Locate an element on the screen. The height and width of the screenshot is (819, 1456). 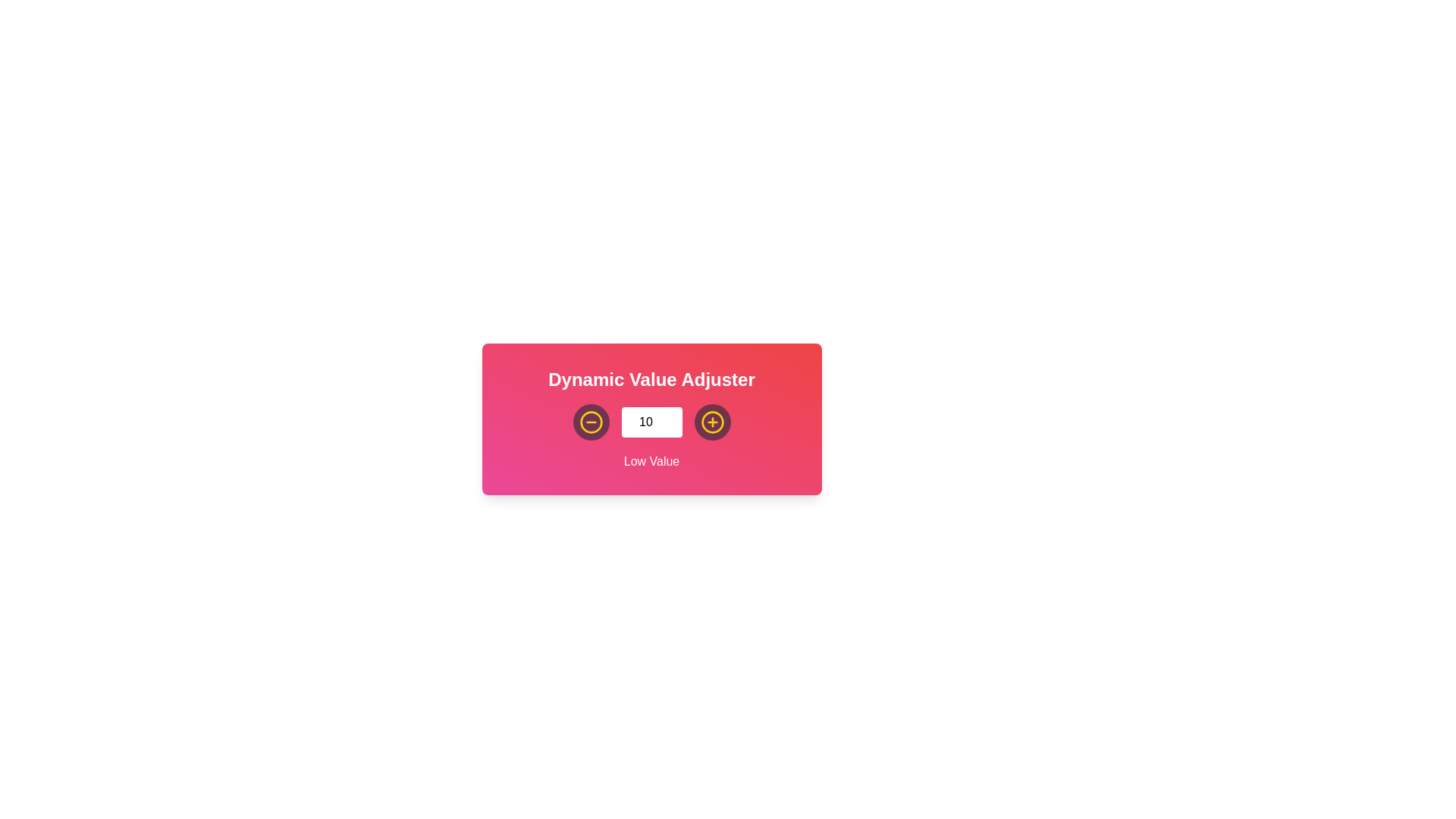
the yellow circular '+' button, which is the rightmost element in a group of controls on the red-to-pink gradient card is located at coordinates (711, 422).